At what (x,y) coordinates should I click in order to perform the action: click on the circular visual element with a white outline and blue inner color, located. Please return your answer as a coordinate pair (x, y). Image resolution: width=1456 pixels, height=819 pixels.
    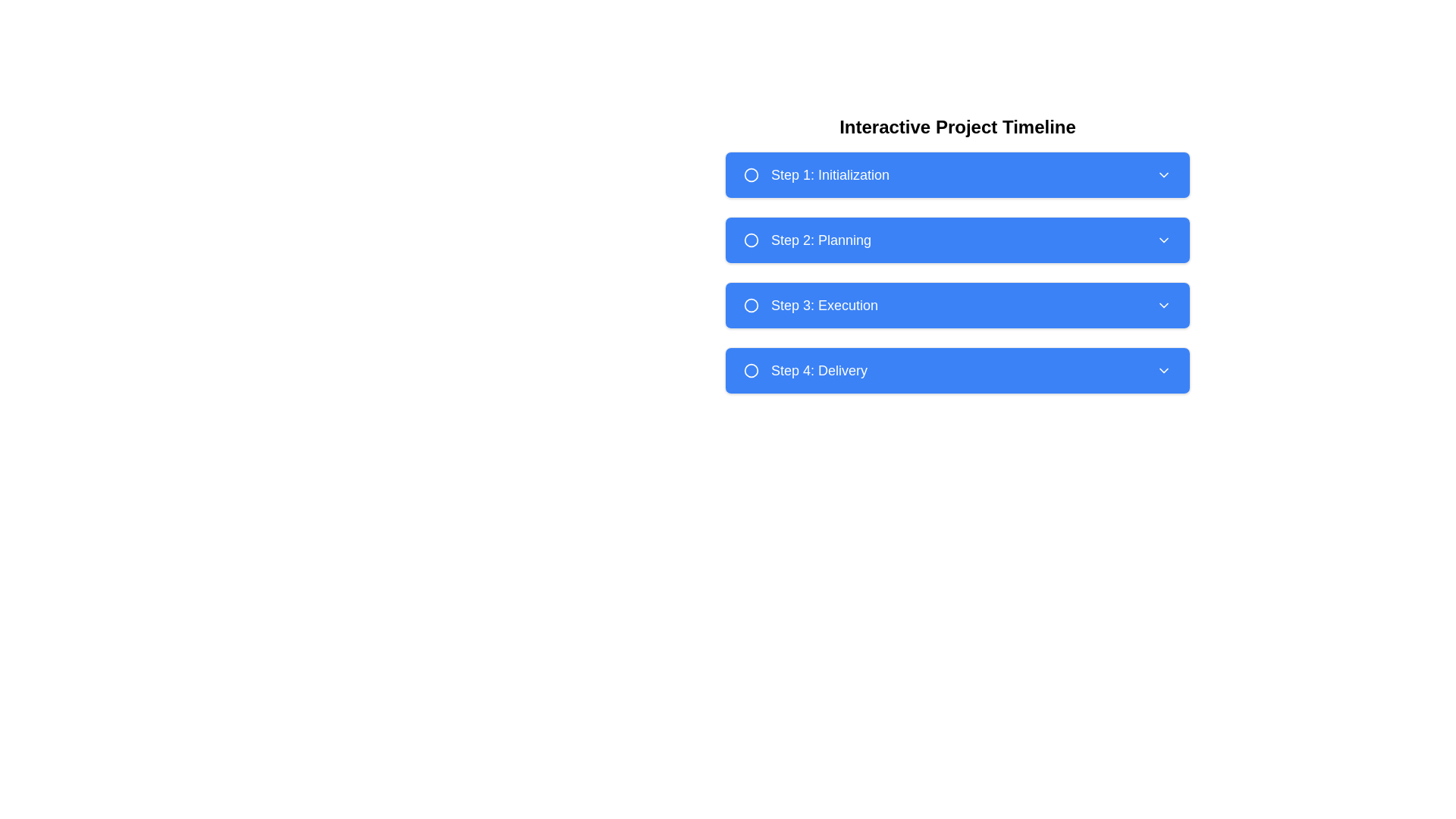
    Looking at the image, I should click on (751, 239).